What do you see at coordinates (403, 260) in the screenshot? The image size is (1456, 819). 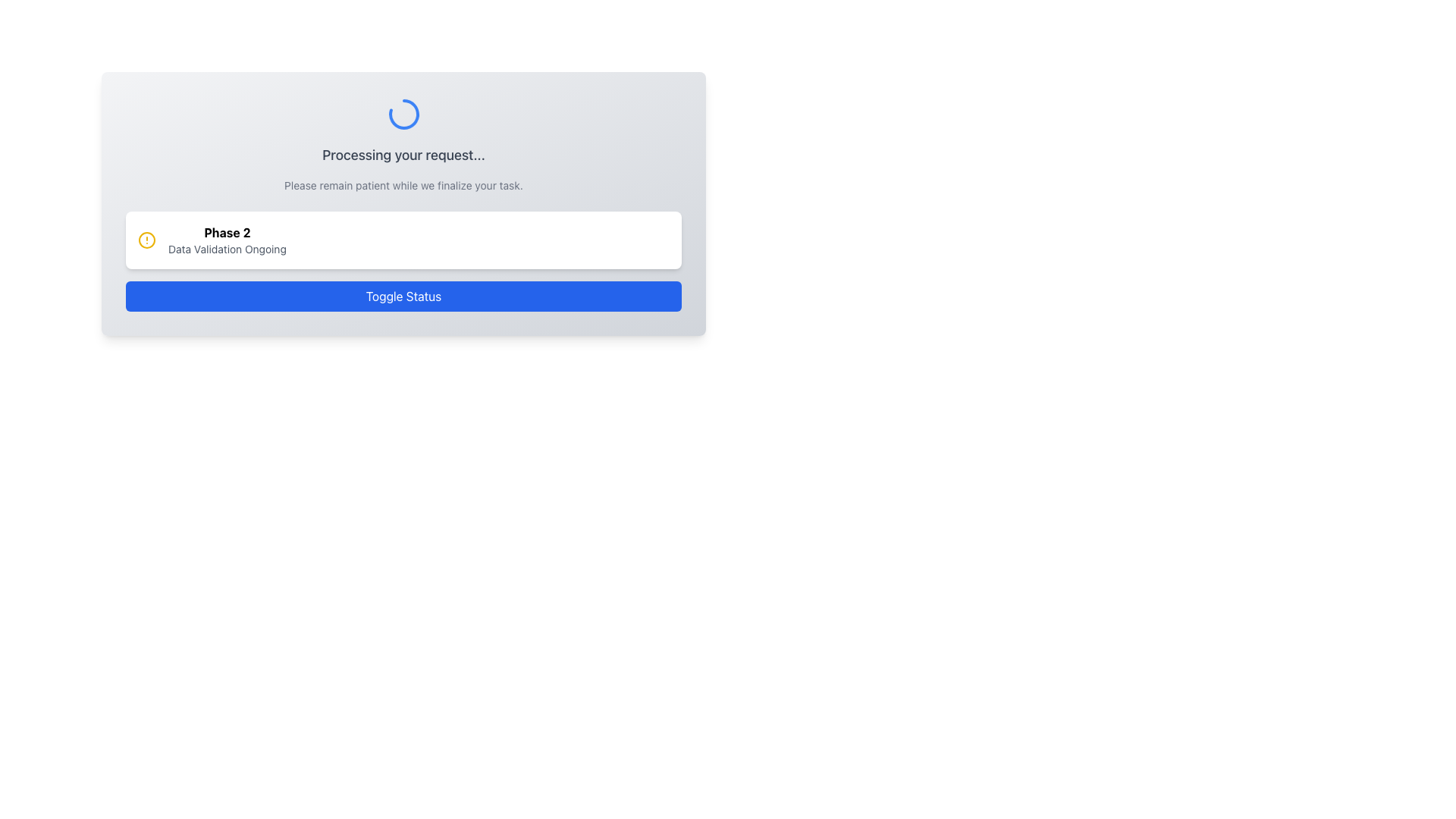 I see `the 'Toggle Status' button located within the Grouped Element that indicates the current phase of the process (Phase 2) and its status (Data Validation Ongoing)` at bounding box center [403, 260].